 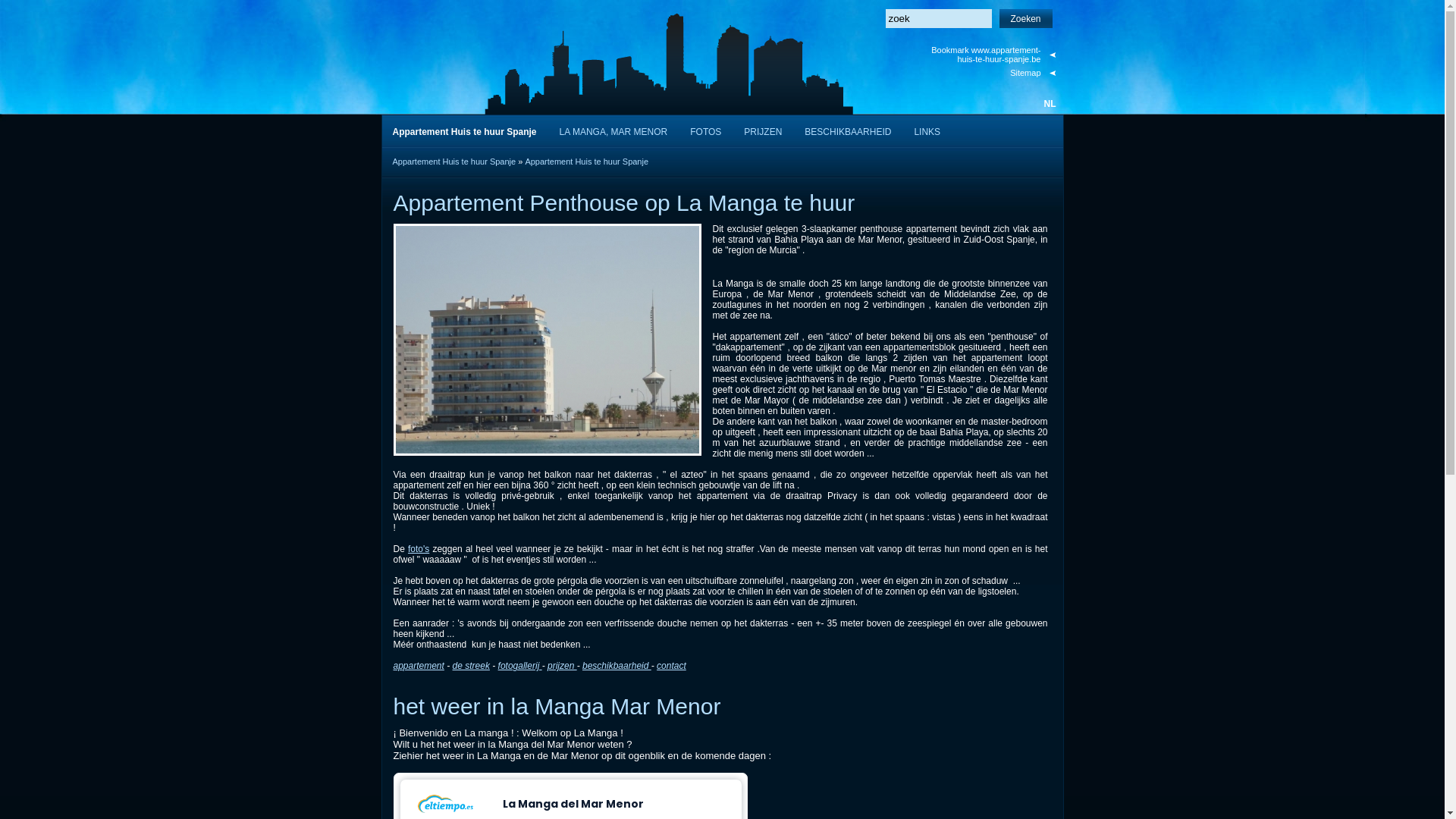 What do you see at coordinates (704, 130) in the screenshot?
I see `'FOTOS'` at bounding box center [704, 130].